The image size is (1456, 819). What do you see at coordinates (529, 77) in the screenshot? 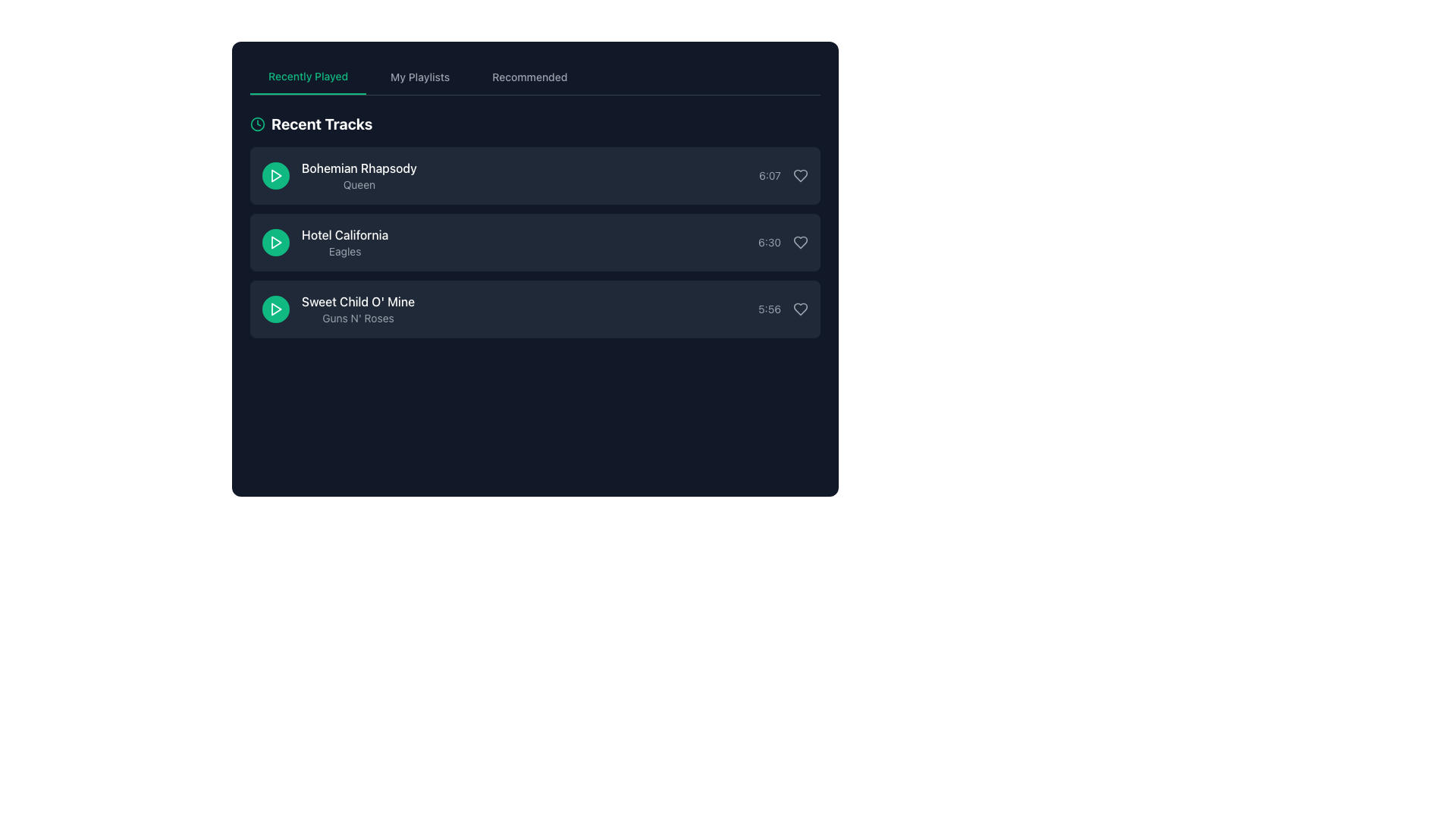
I see `the 'Recommended' button located in the navigational bar` at bounding box center [529, 77].